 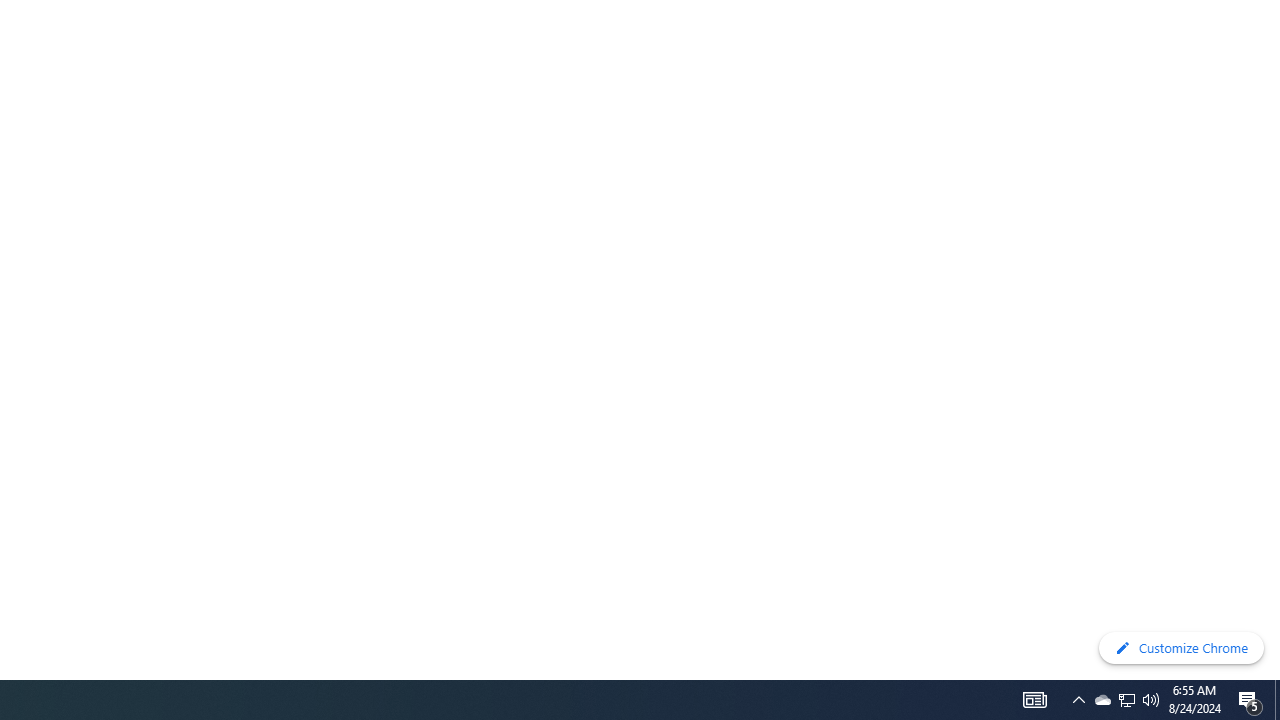 I want to click on 'Customize Chrome', so click(x=1181, y=648).